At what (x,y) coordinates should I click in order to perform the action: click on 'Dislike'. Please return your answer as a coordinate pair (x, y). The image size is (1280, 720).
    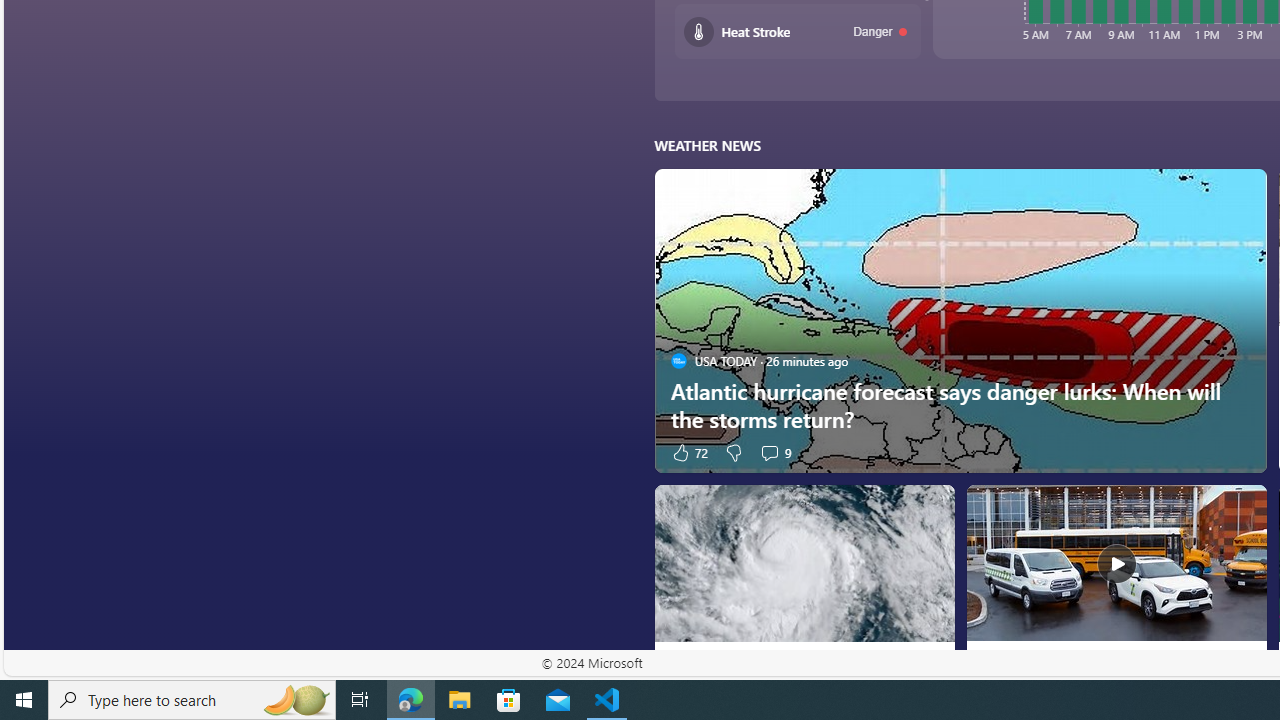
    Looking at the image, I should click on (733, 452).